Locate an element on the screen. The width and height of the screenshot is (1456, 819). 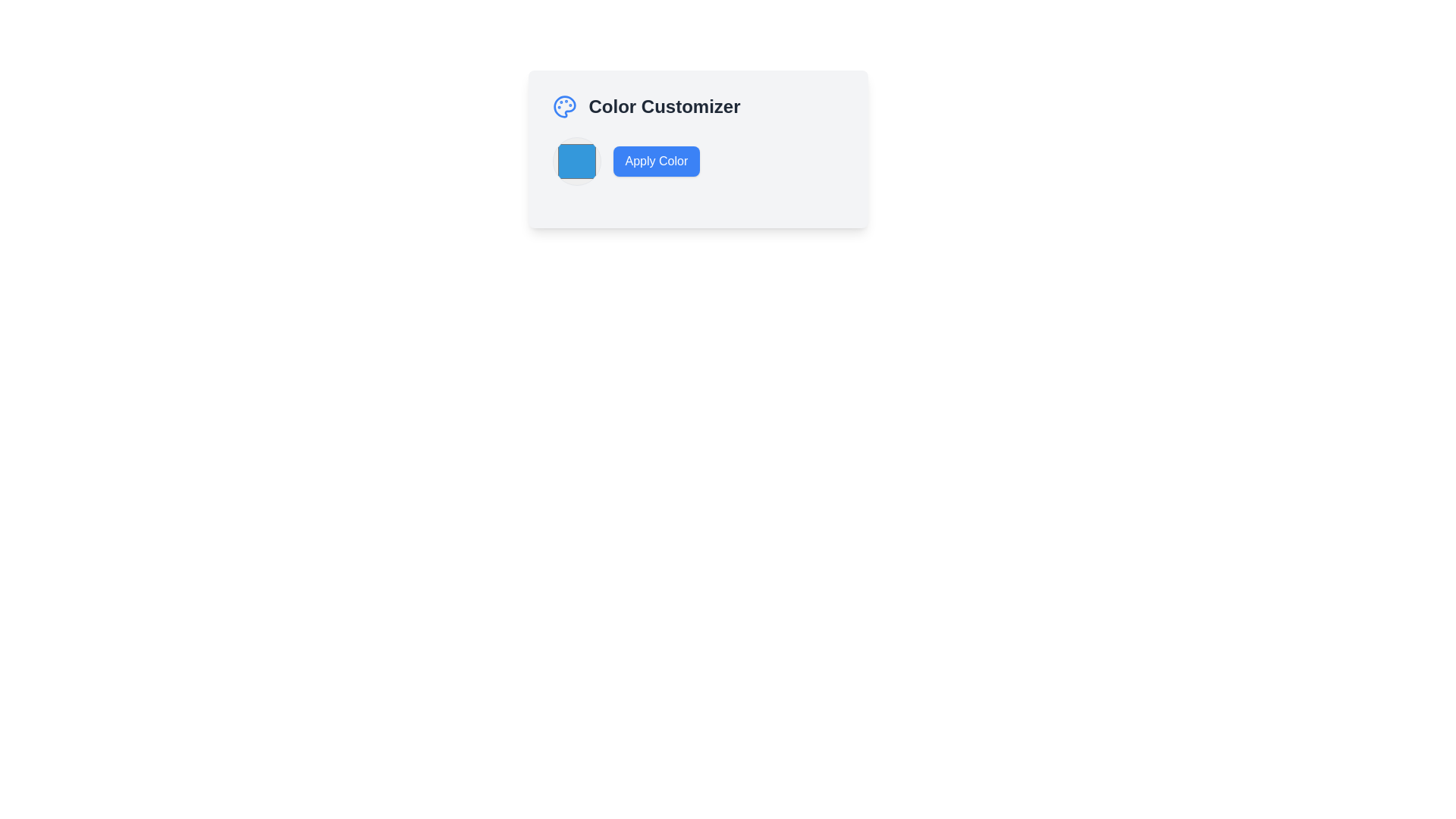
the 'Apply Color' button located within the 'Color Customizer' card to apply the selected color from the adjacent color picker widget is located at coordinates (656, 161).